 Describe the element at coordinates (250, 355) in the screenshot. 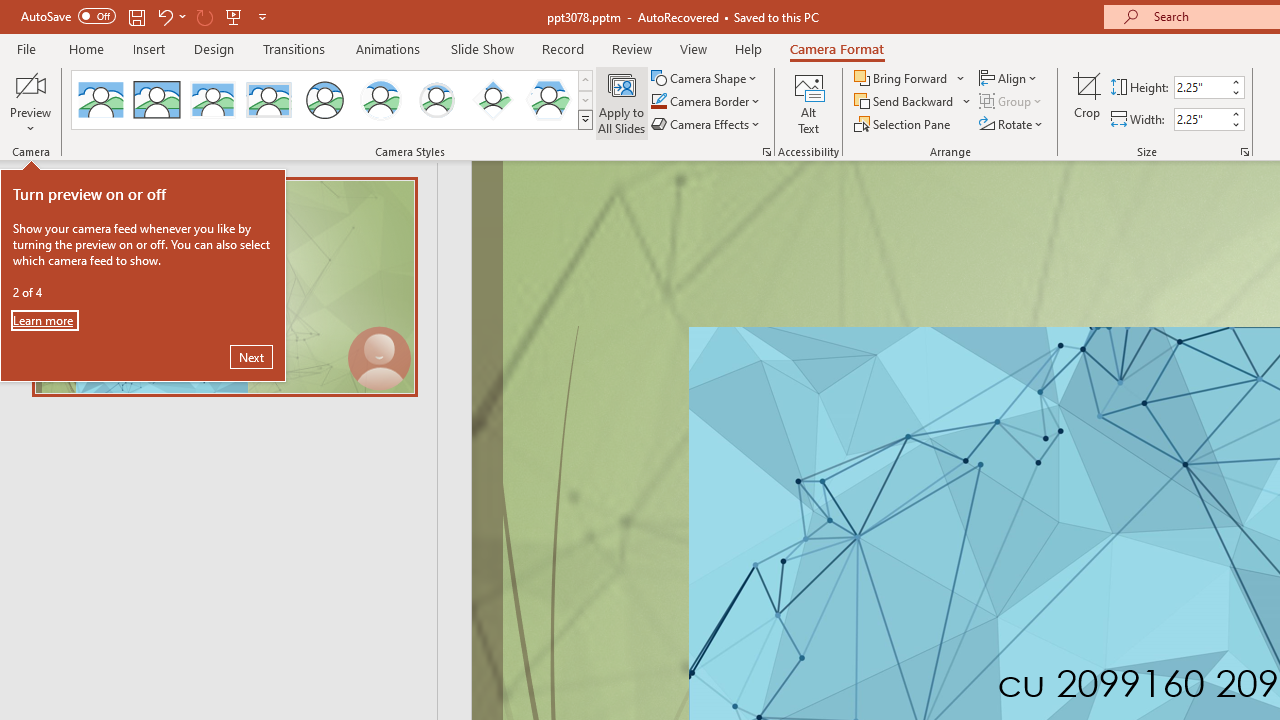

I see `'Next'` at that location.